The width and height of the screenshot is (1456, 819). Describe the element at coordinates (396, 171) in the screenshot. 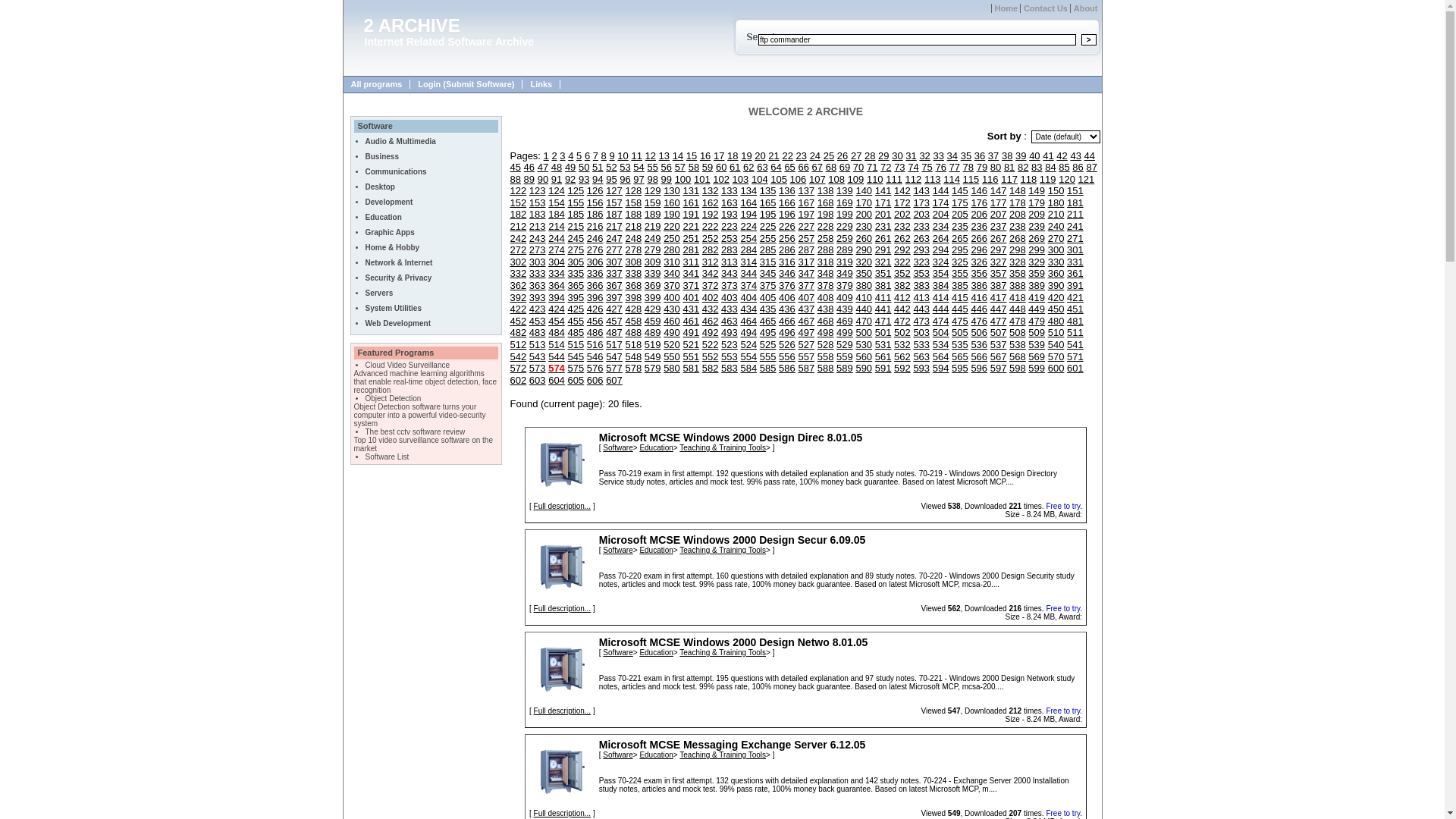

I see `'Communications'` at that location.